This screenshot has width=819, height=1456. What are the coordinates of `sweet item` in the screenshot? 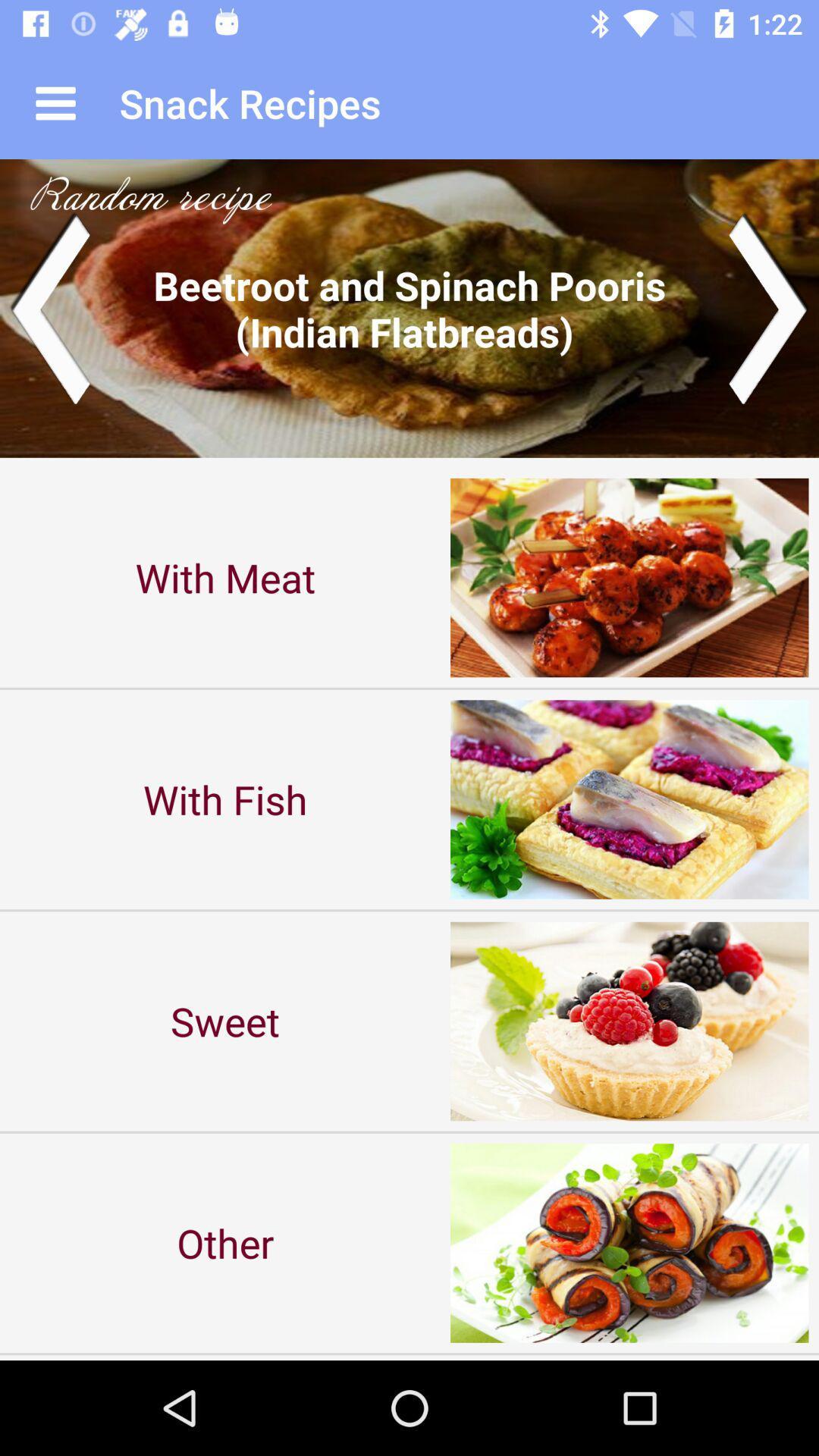 It's located at (225, 1021).